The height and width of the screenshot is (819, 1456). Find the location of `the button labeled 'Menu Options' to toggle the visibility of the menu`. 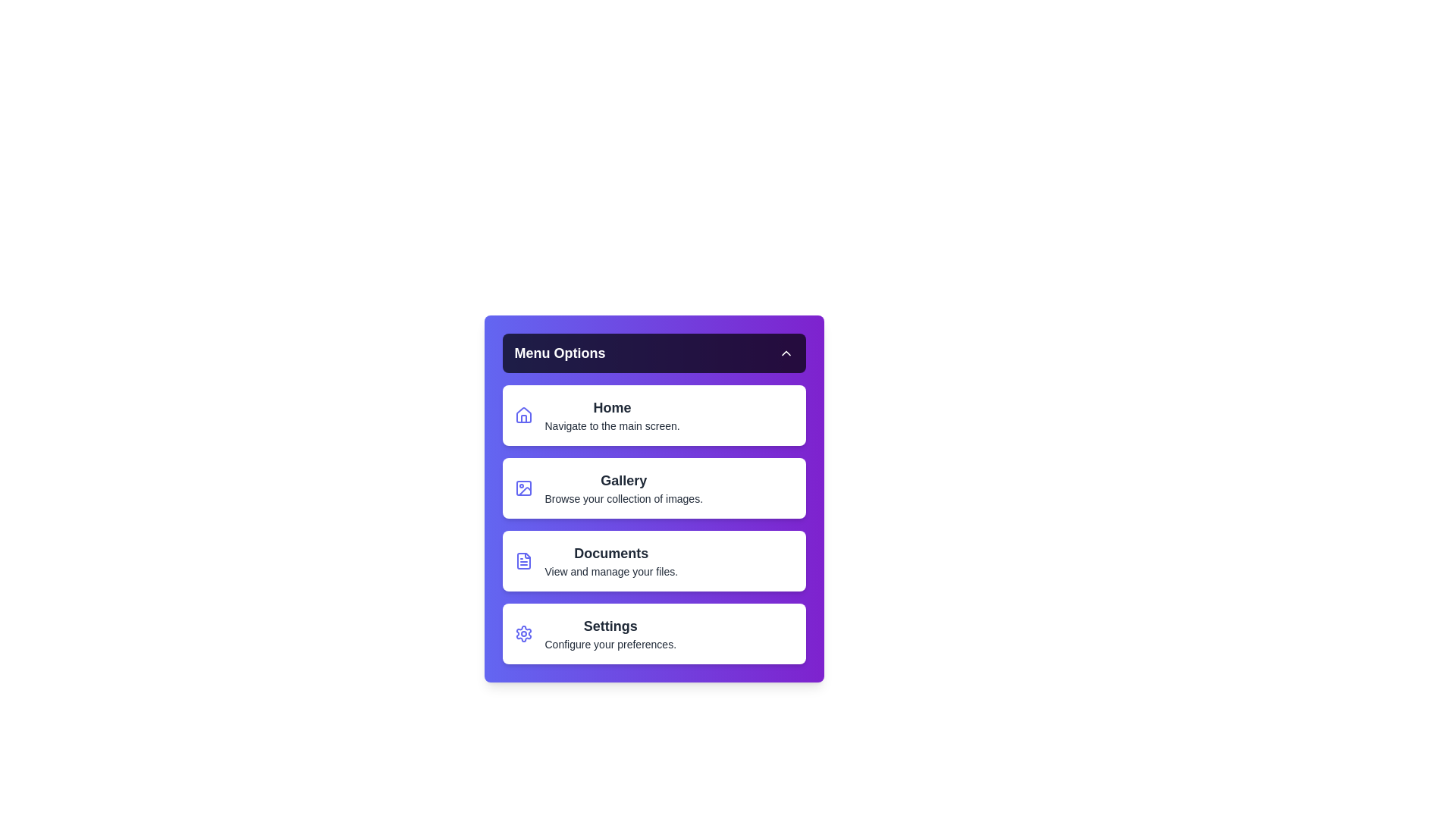

the button labeled 'Menu Options' to toggle the visibility of the menu is located at coordinates (654, 353).